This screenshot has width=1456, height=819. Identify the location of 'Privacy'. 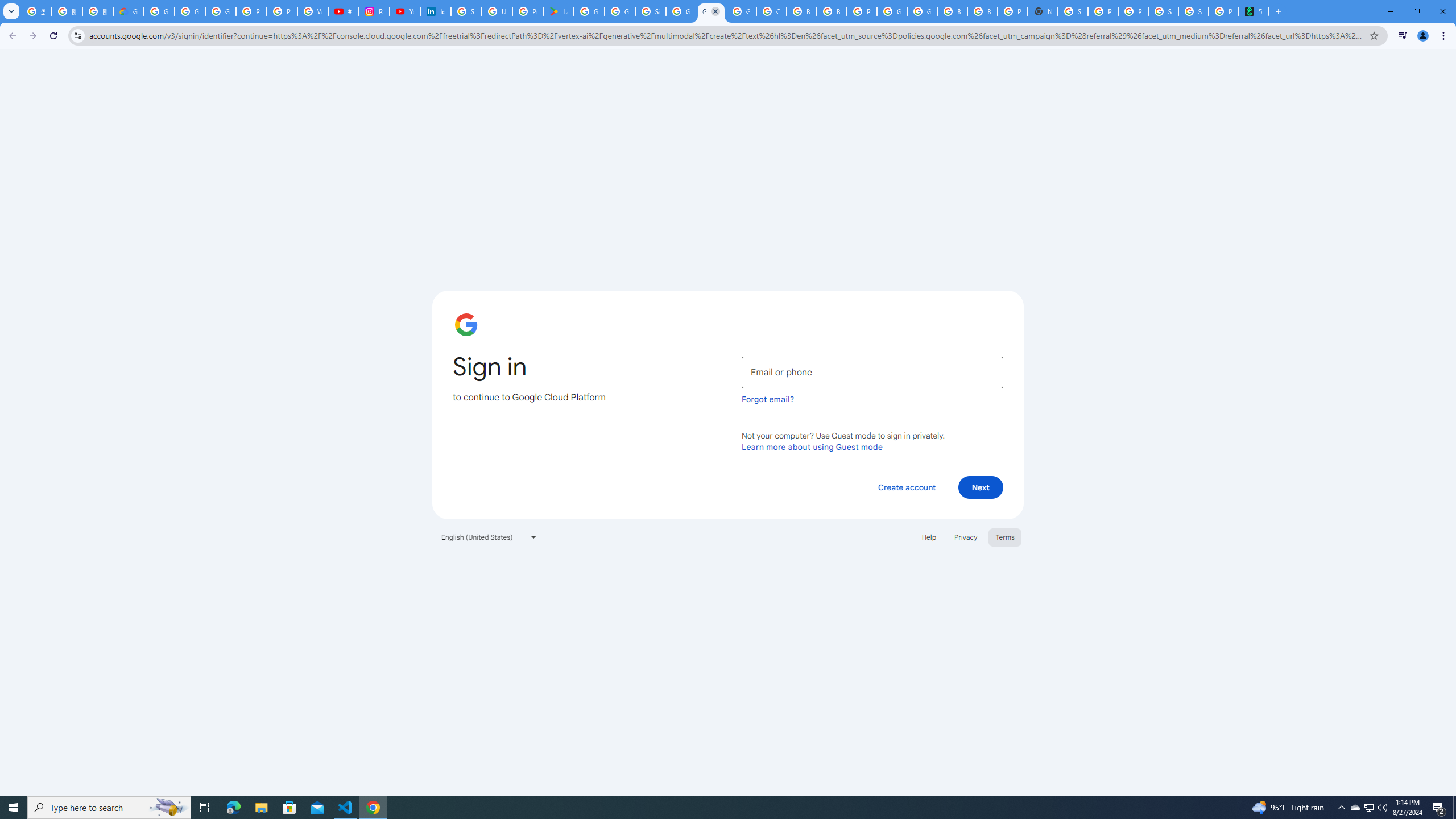
(965, 536).